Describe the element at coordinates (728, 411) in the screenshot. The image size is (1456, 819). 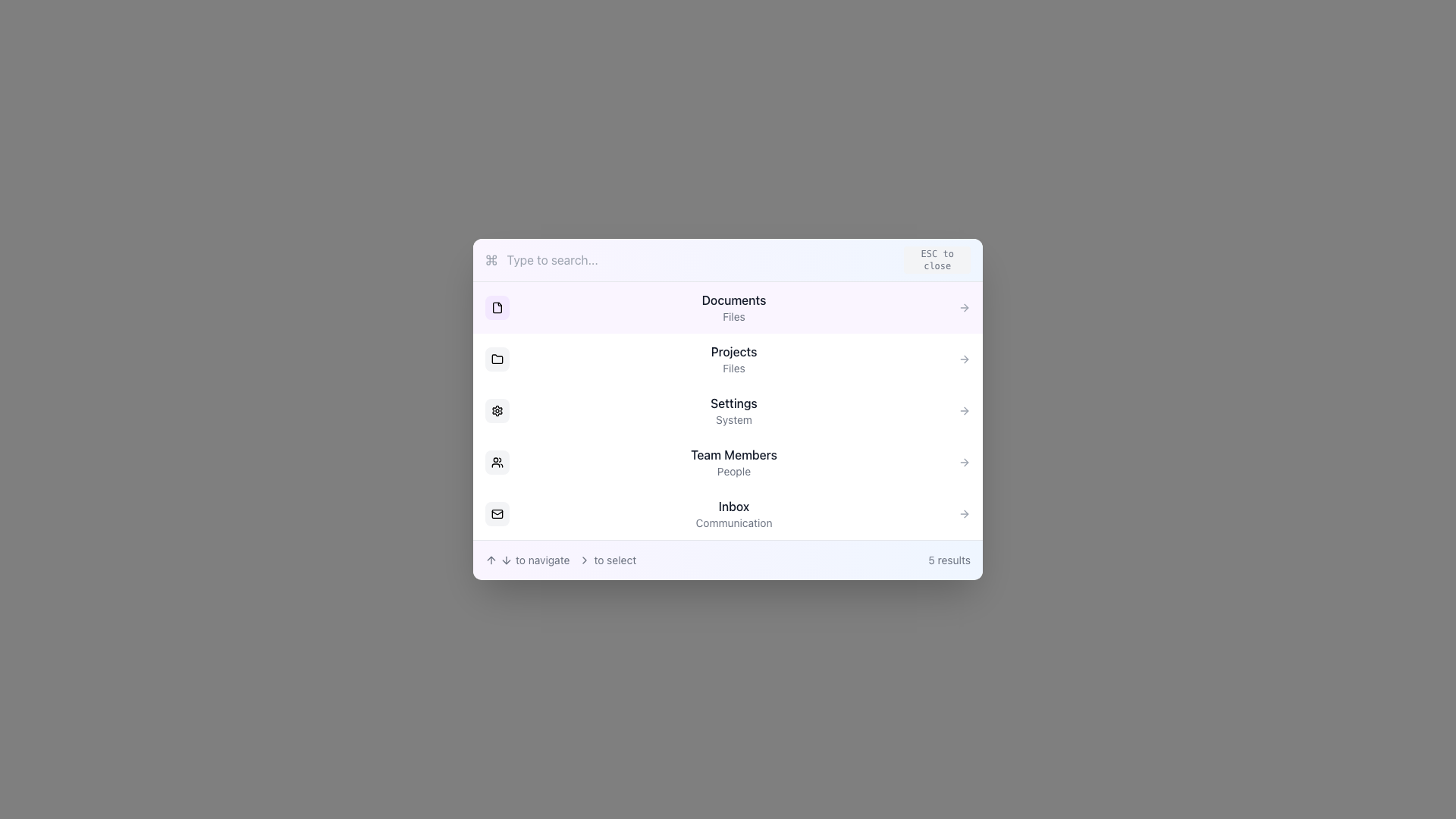
I see `the third menu item labeled 'Settings'` at that location.